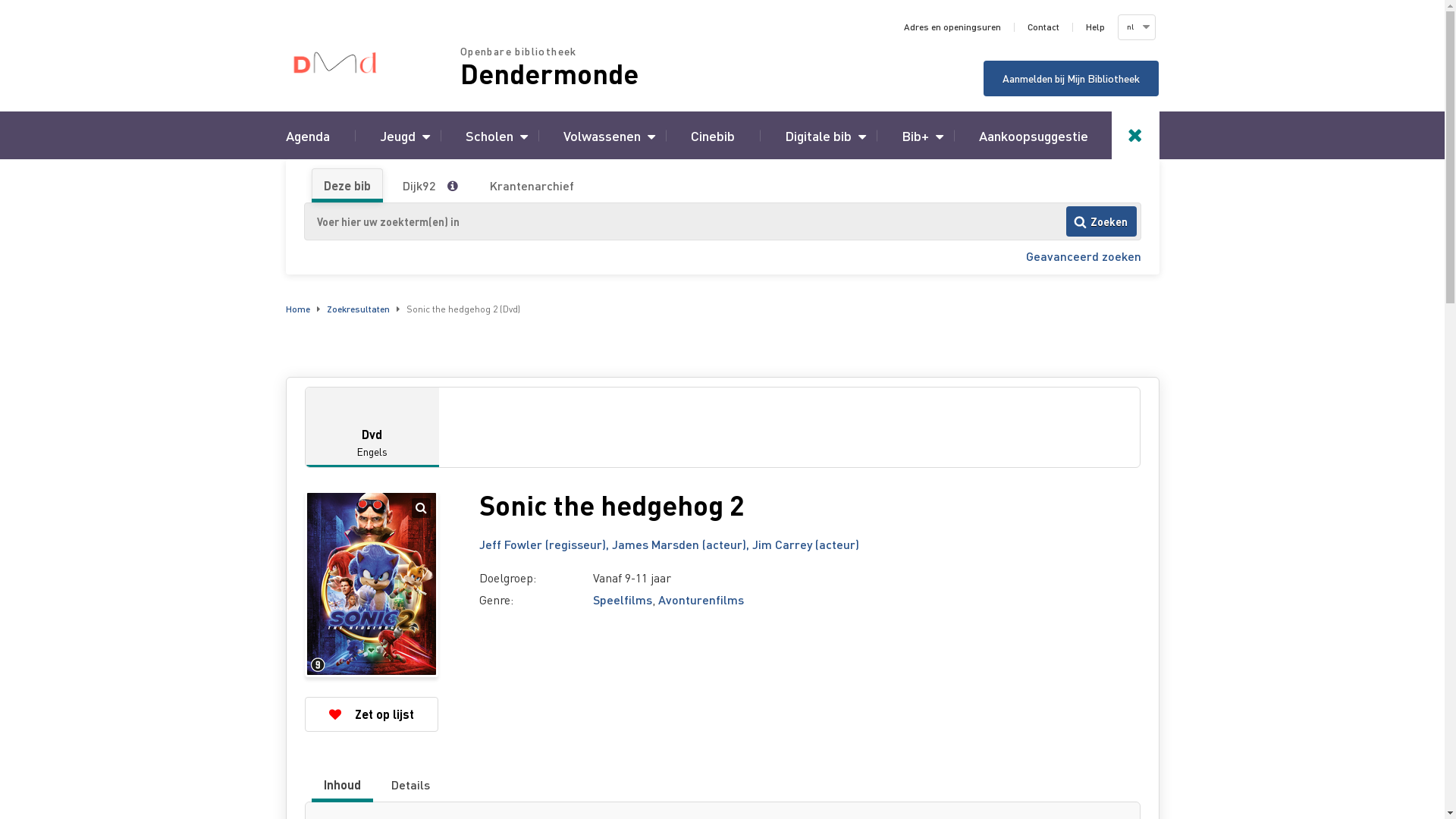  I want to click on 'Zet op lijst', so click(371, 714).